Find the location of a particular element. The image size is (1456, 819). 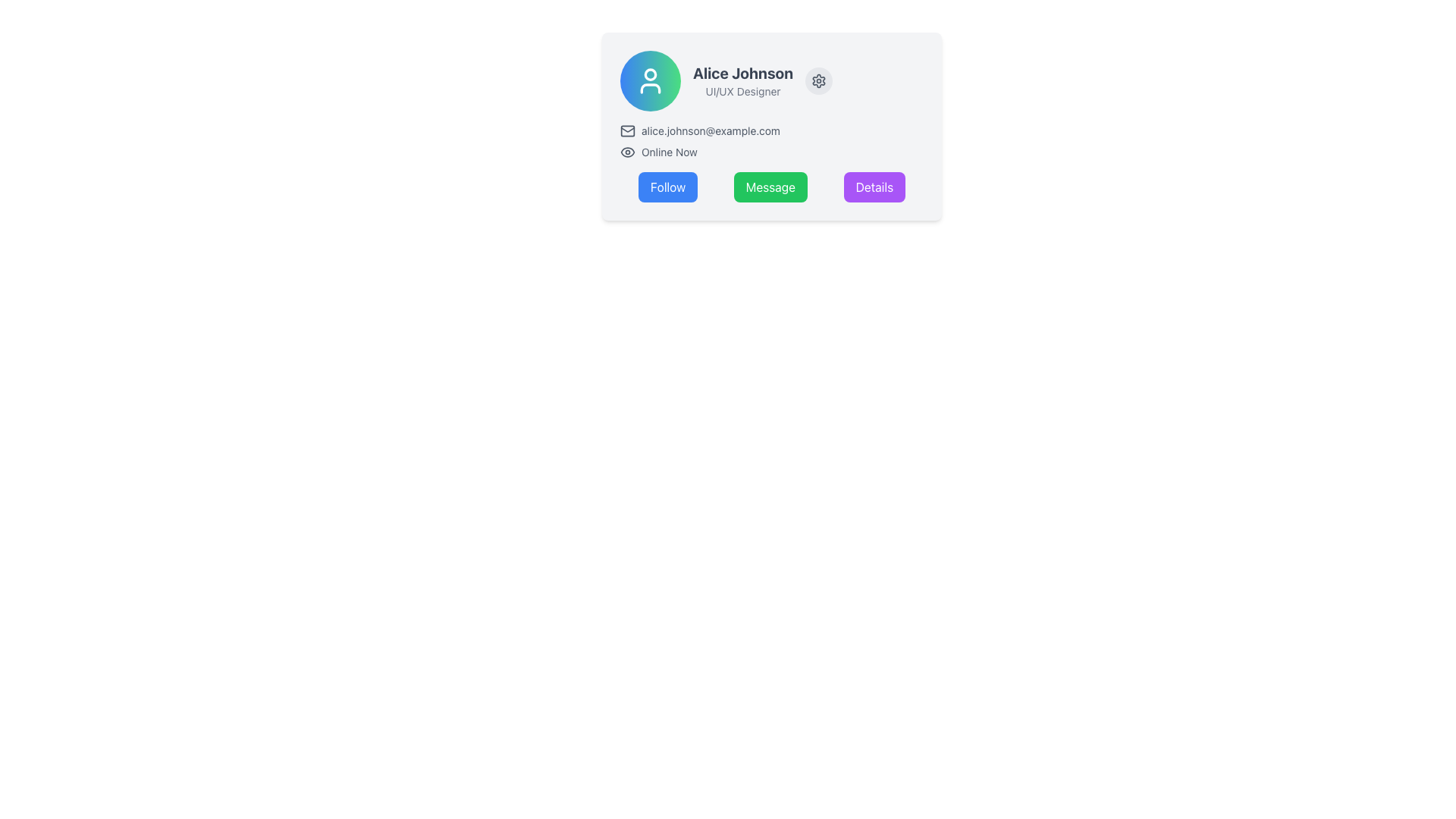

the eye-shaped icon with a gray stroke color, located to the left of the 'Online Now' text label is located at coordinates (628, 152).